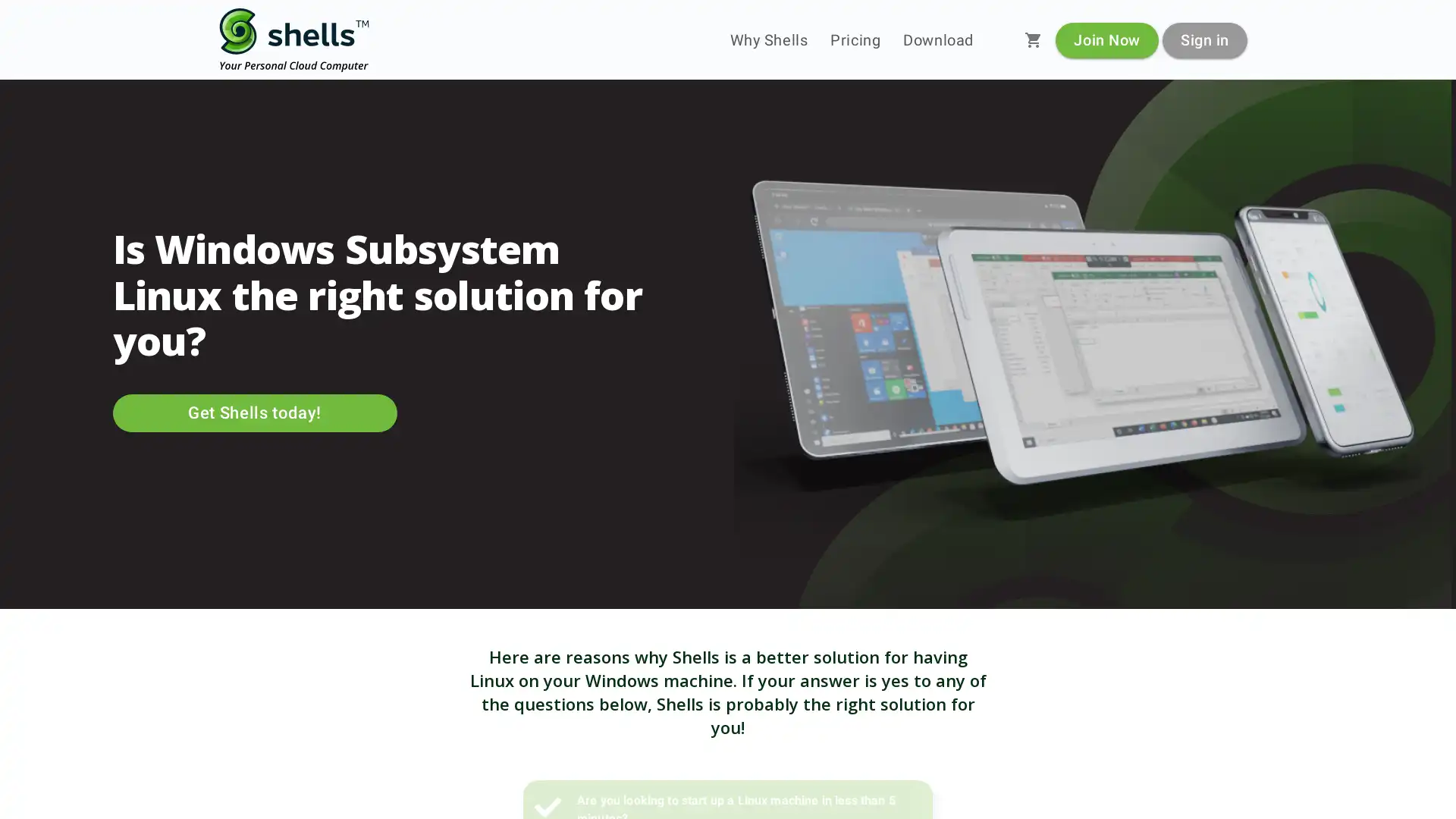 The height and width of the screenshot is (819, 1456). What do you see at coordinates (254, 413) in the screenshot?
I see `Get Shells today!` at bounding box center [254, 413].